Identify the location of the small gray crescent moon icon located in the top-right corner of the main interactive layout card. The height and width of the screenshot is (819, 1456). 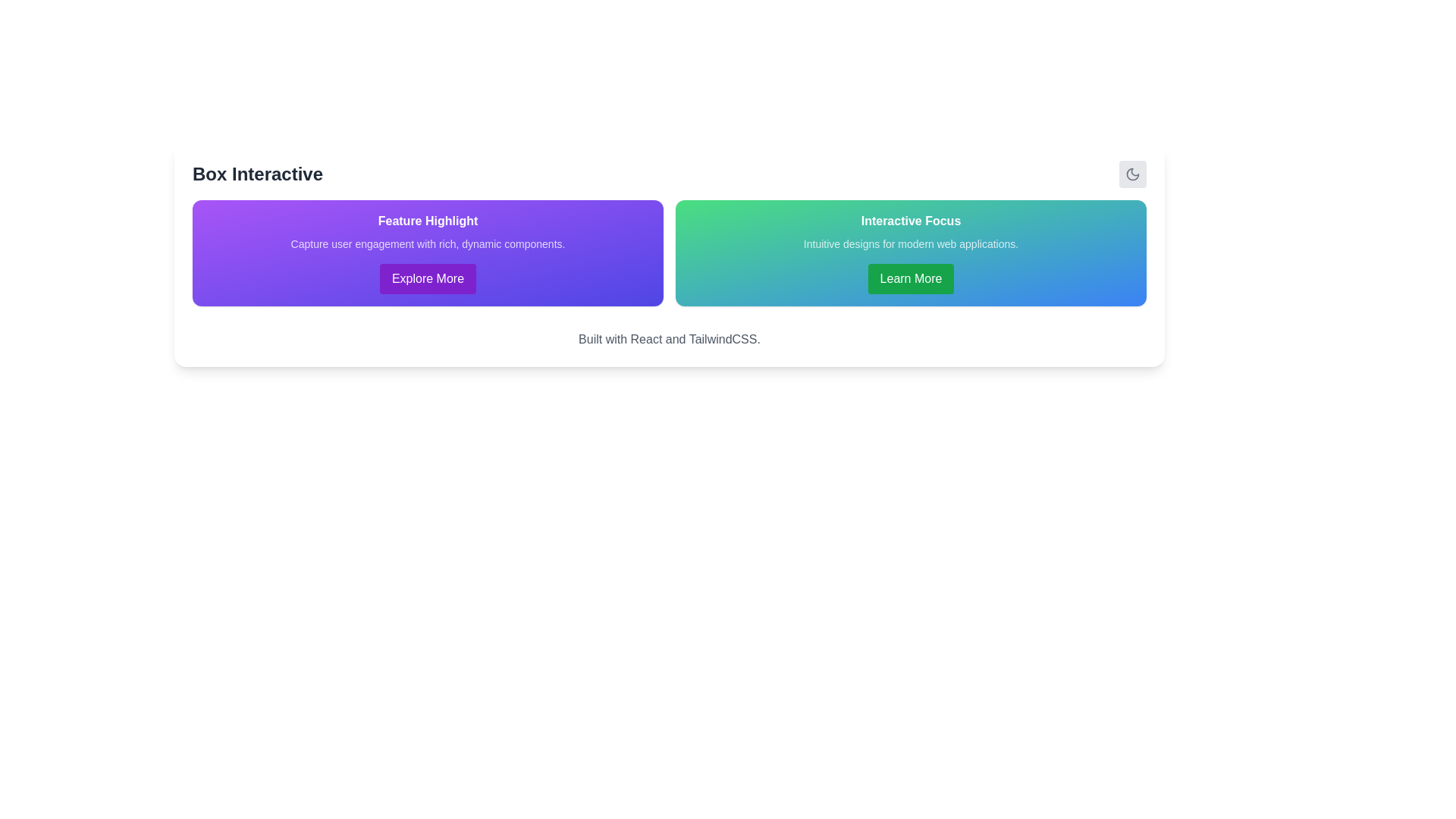
(1132, 174).